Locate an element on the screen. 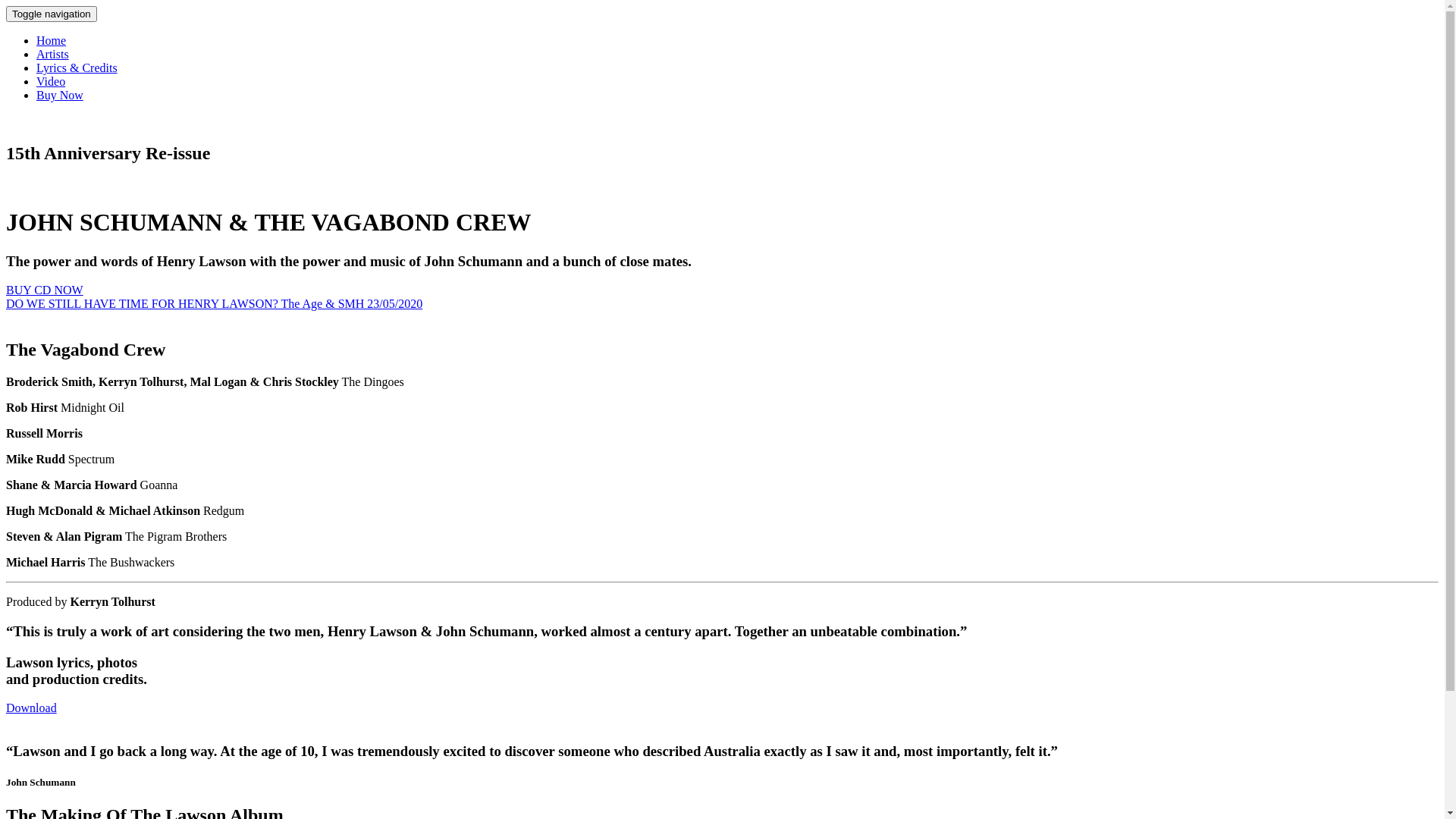 This screenshot has height=819, width=1456. 'Artists' is located at coordinates (52, 53).